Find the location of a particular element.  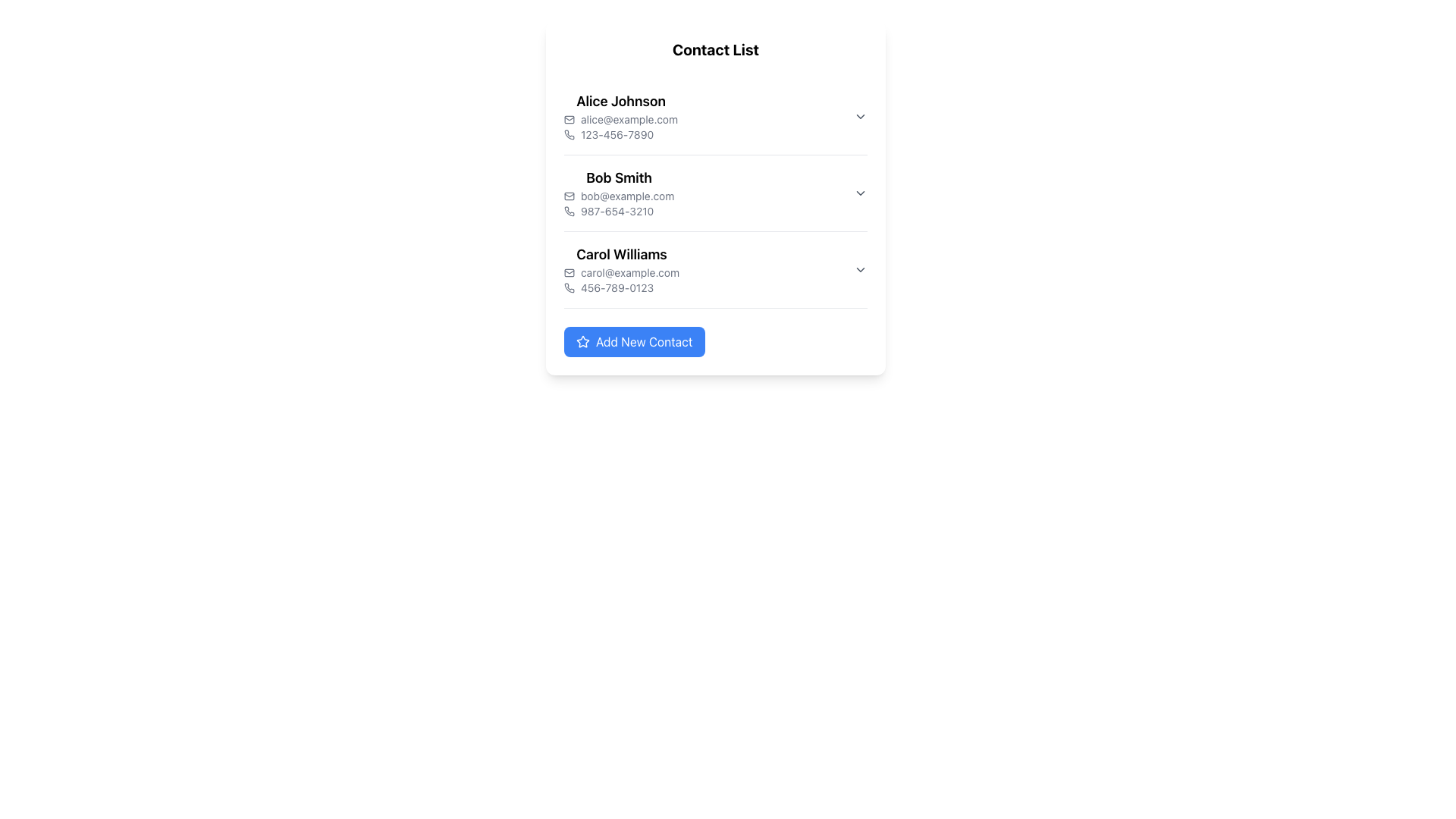

the third contact entry in the contact list to copy the email address associated with it is located at coordinates (622, 268).